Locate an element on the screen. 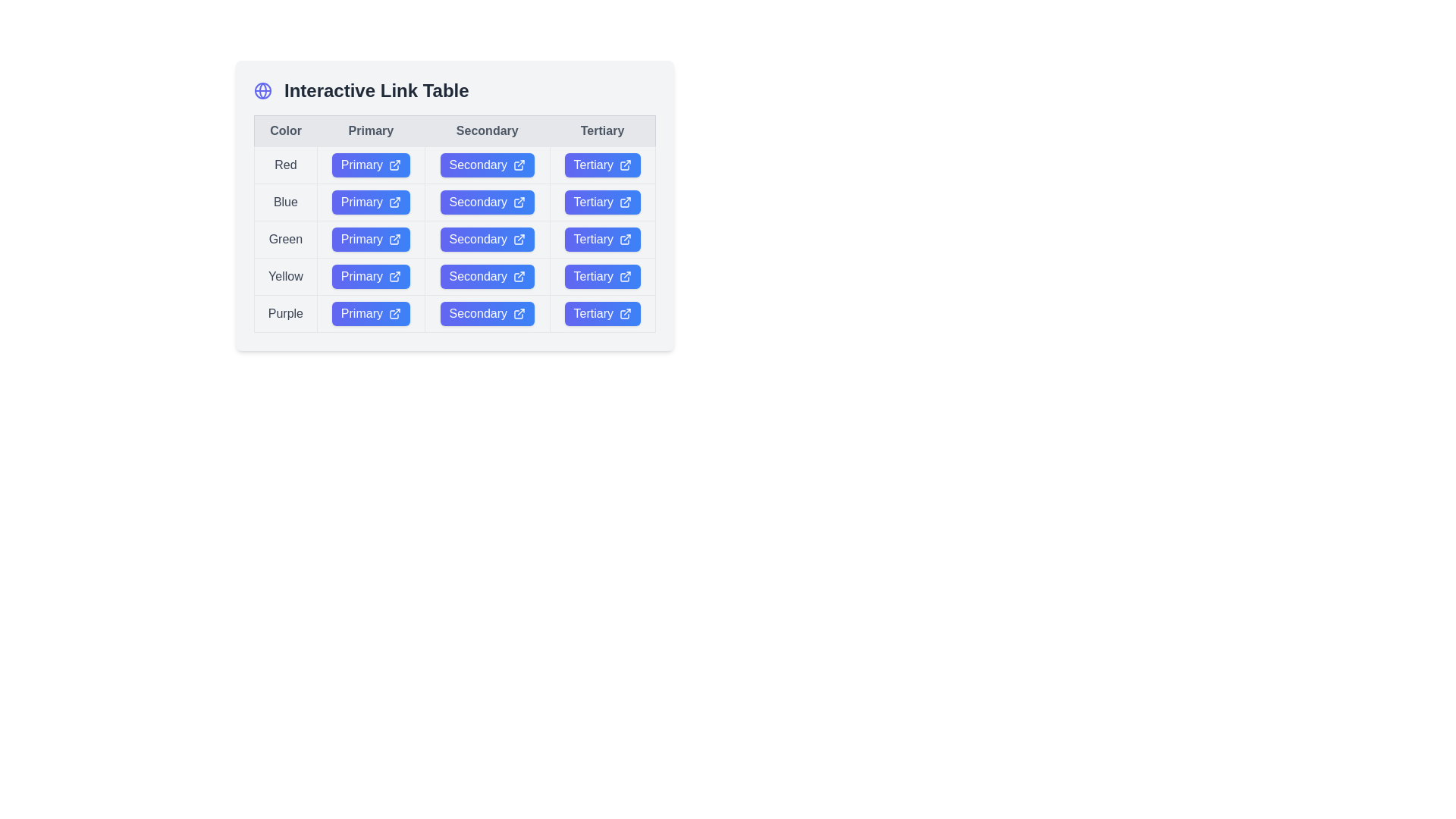  the button located is located at coordinates (371, 165).